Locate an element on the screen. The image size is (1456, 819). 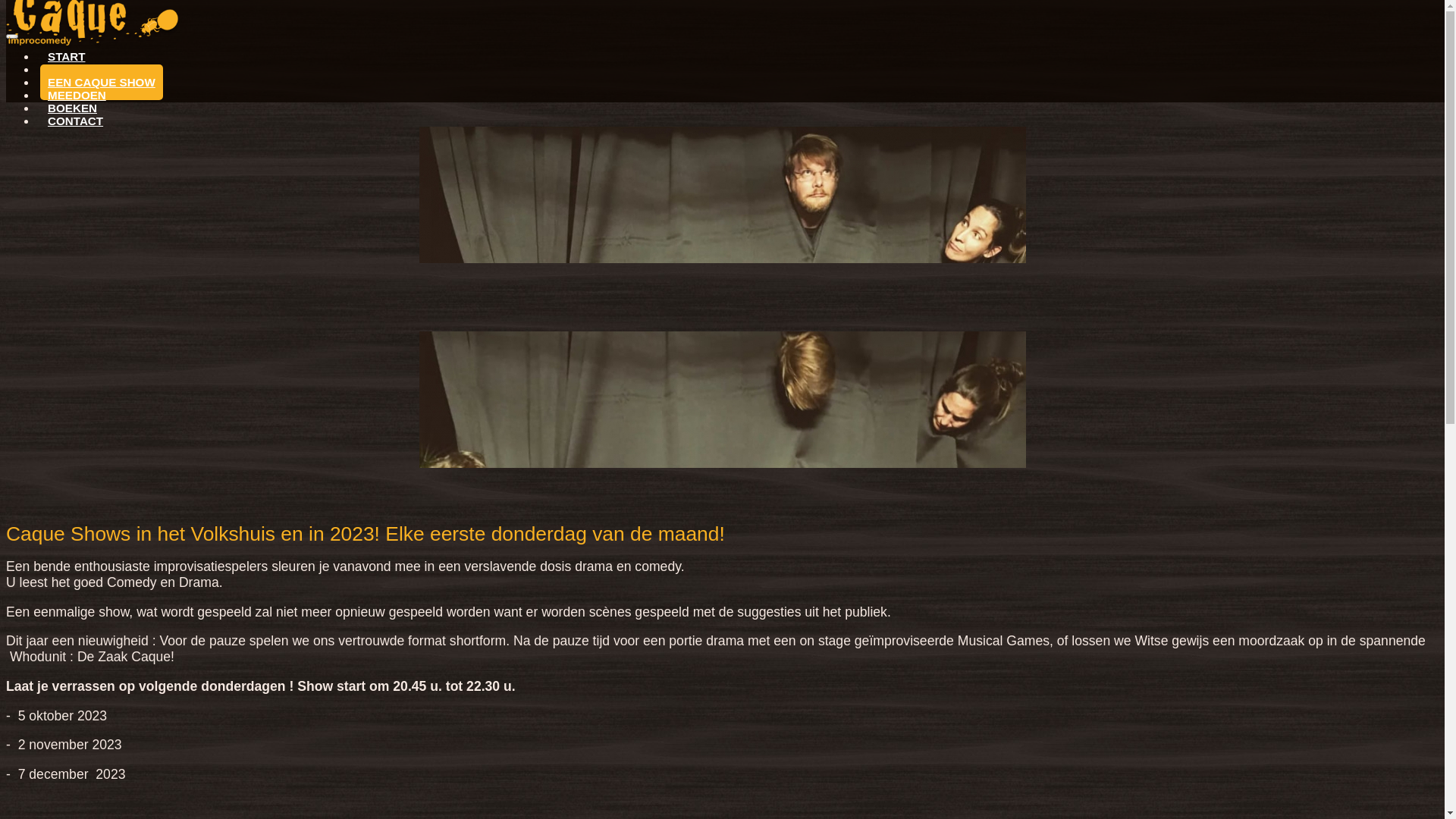
'OVER' is located at coordinates (63, 69).